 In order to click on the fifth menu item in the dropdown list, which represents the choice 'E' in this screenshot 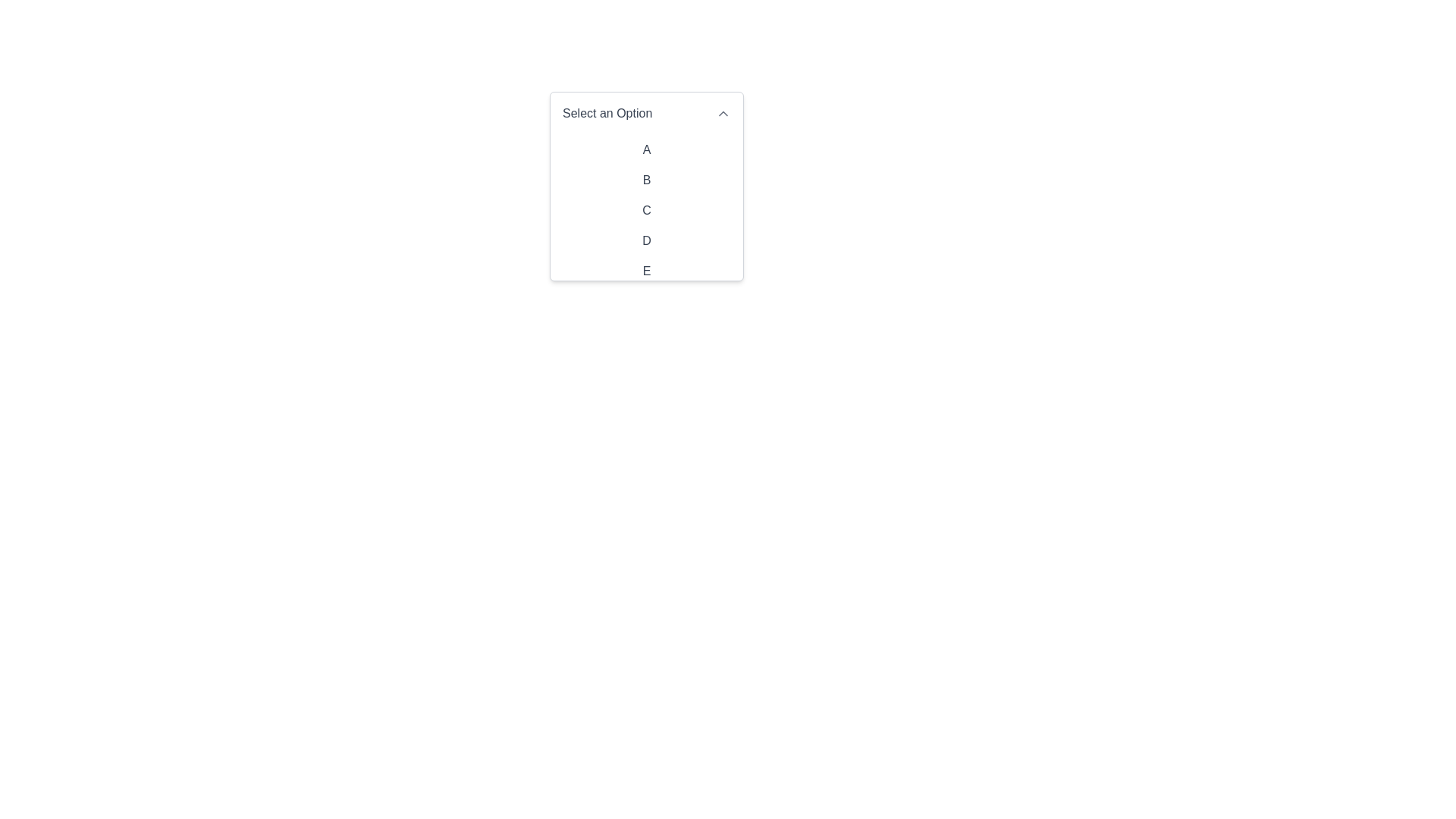, I will do `click(647, 271)`.